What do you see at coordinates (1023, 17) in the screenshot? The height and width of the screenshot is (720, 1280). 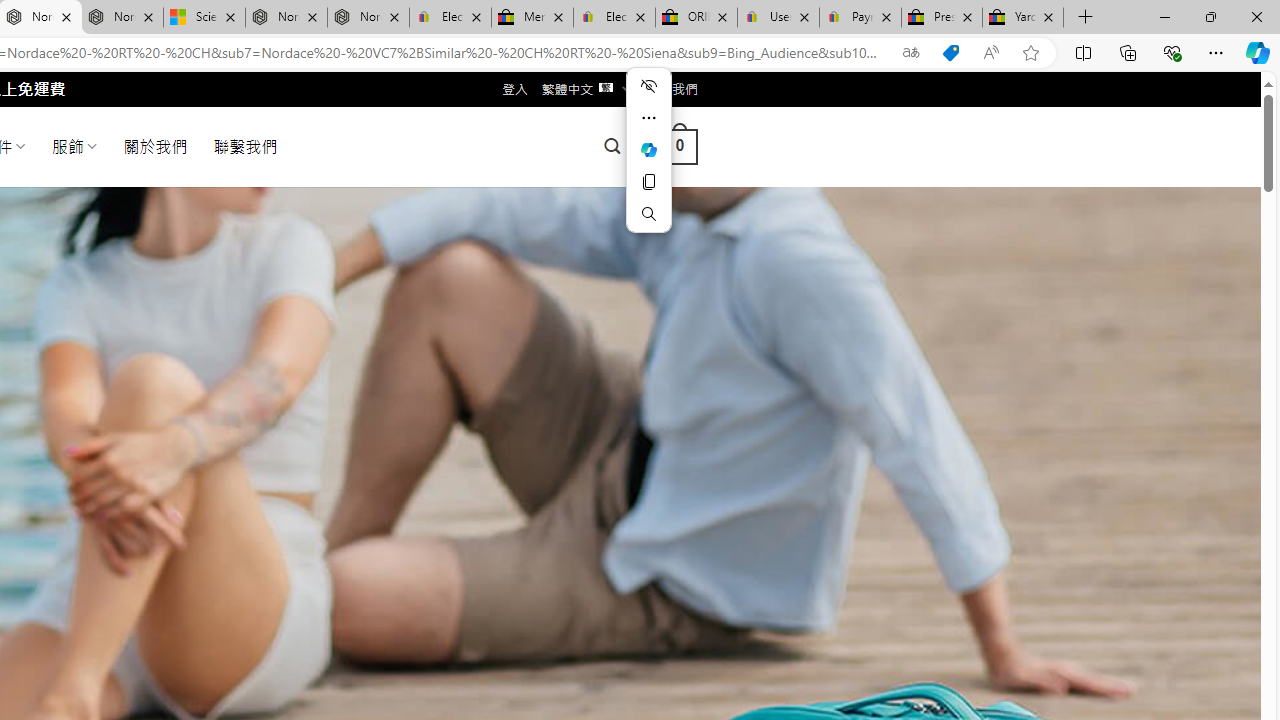 I see `'Yard, Garden & Outdoor Living'` at bounding box center [1023, 17].